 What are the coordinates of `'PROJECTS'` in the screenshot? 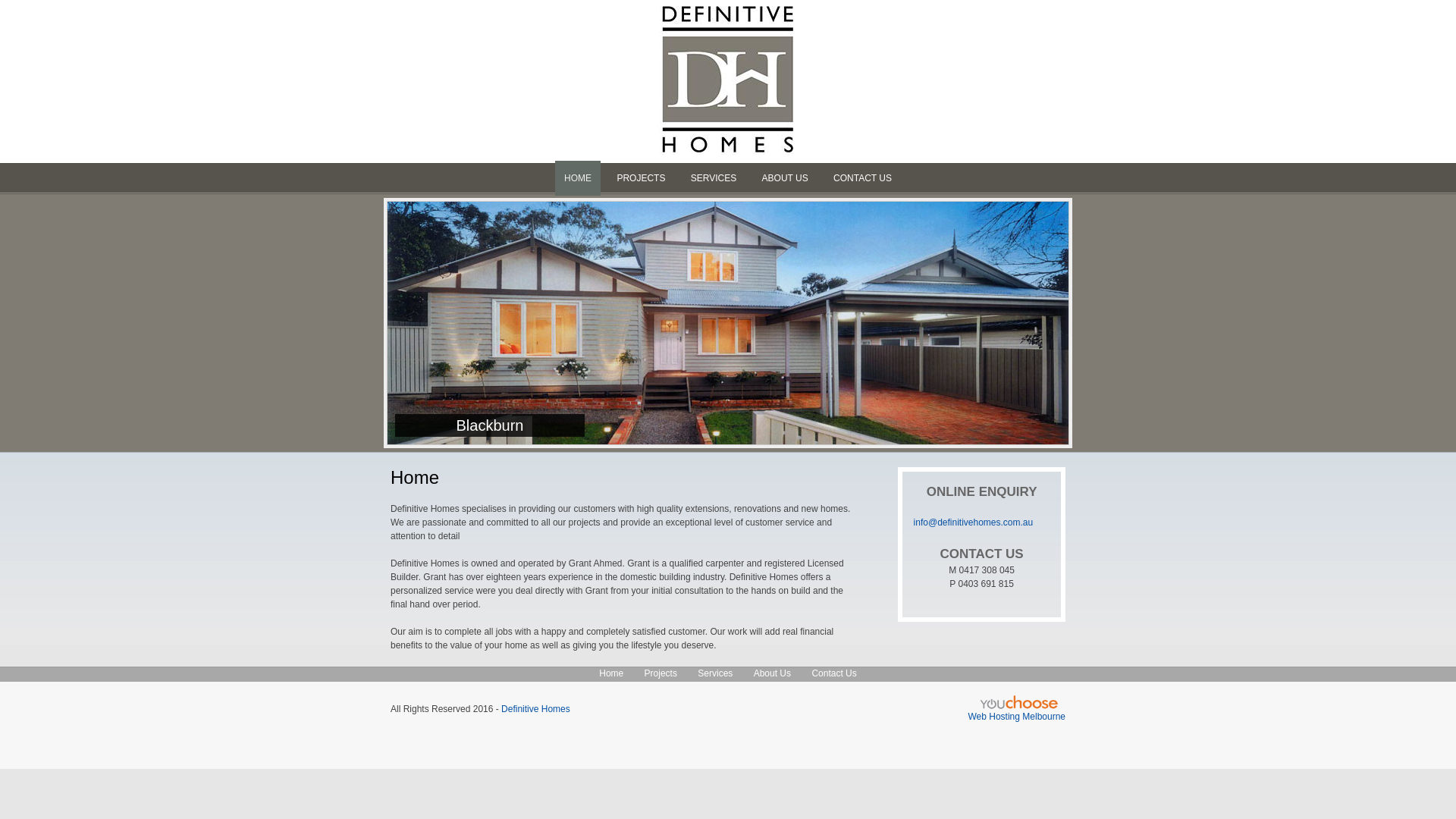 It's located at (640, 177).